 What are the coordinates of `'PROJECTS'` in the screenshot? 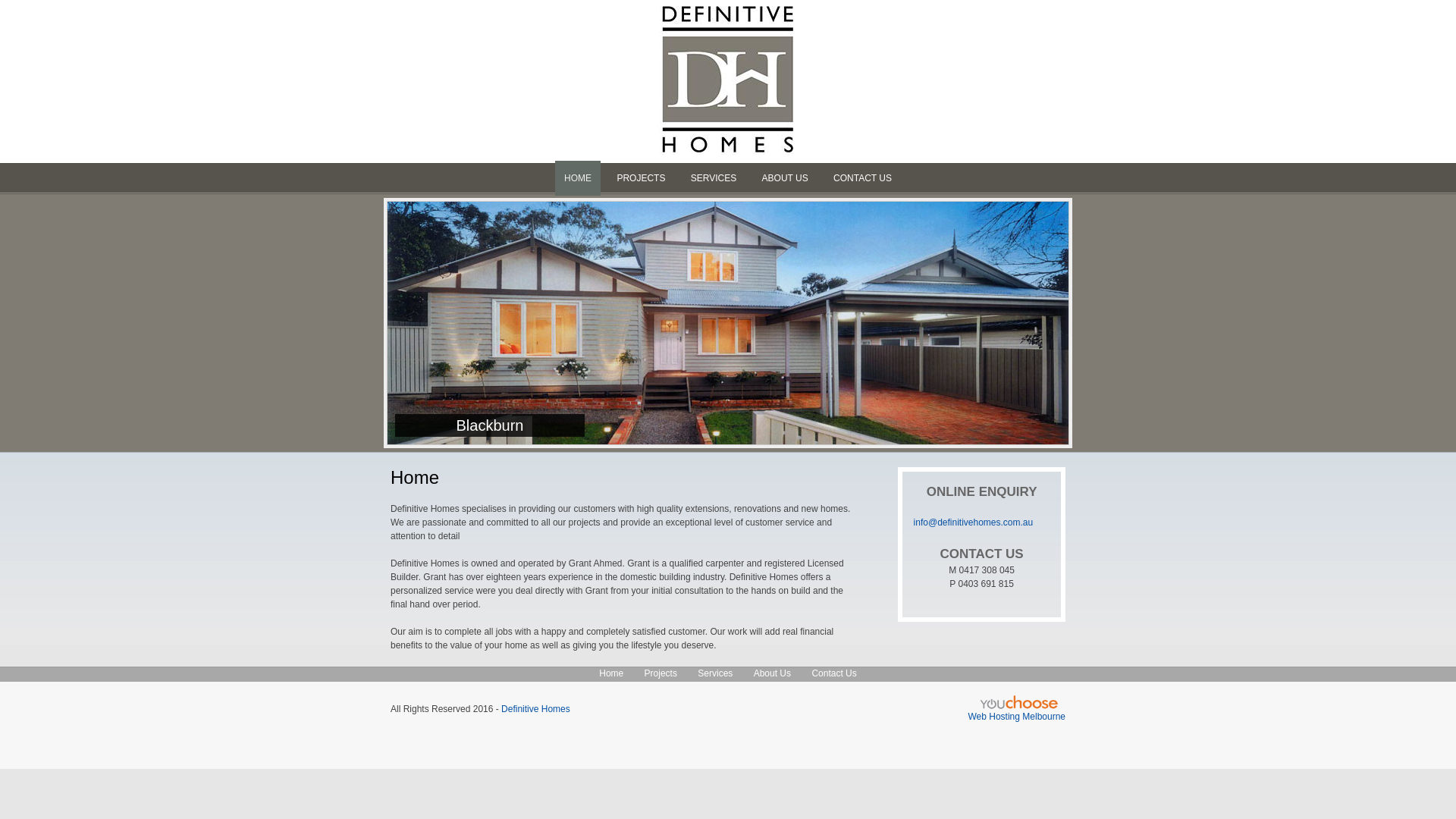 It's located at (640, 177).